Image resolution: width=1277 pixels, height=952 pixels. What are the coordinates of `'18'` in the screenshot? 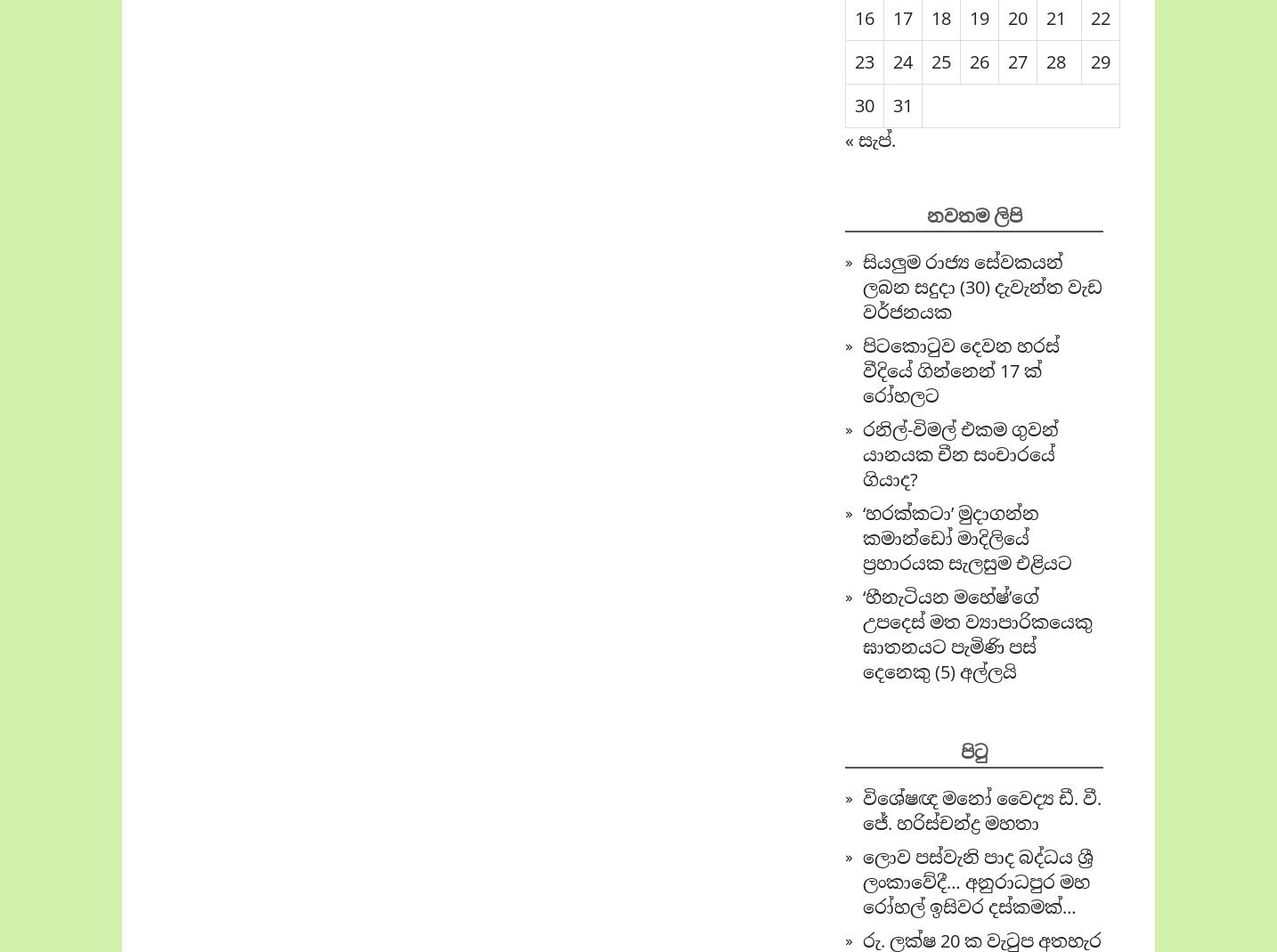 It's located at (940, 17).